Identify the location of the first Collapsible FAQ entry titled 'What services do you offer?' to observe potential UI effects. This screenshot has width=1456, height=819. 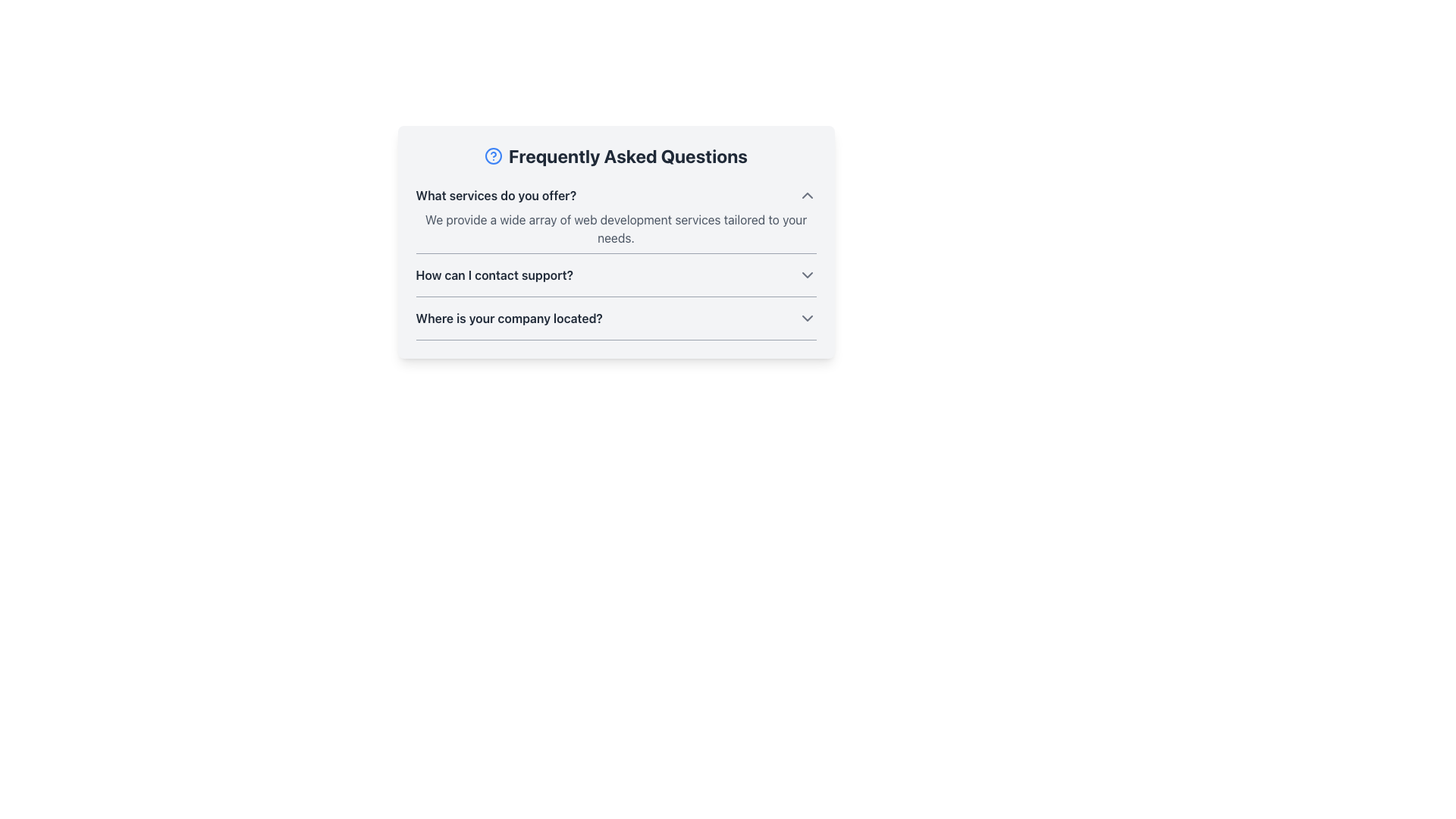
(616, 220).